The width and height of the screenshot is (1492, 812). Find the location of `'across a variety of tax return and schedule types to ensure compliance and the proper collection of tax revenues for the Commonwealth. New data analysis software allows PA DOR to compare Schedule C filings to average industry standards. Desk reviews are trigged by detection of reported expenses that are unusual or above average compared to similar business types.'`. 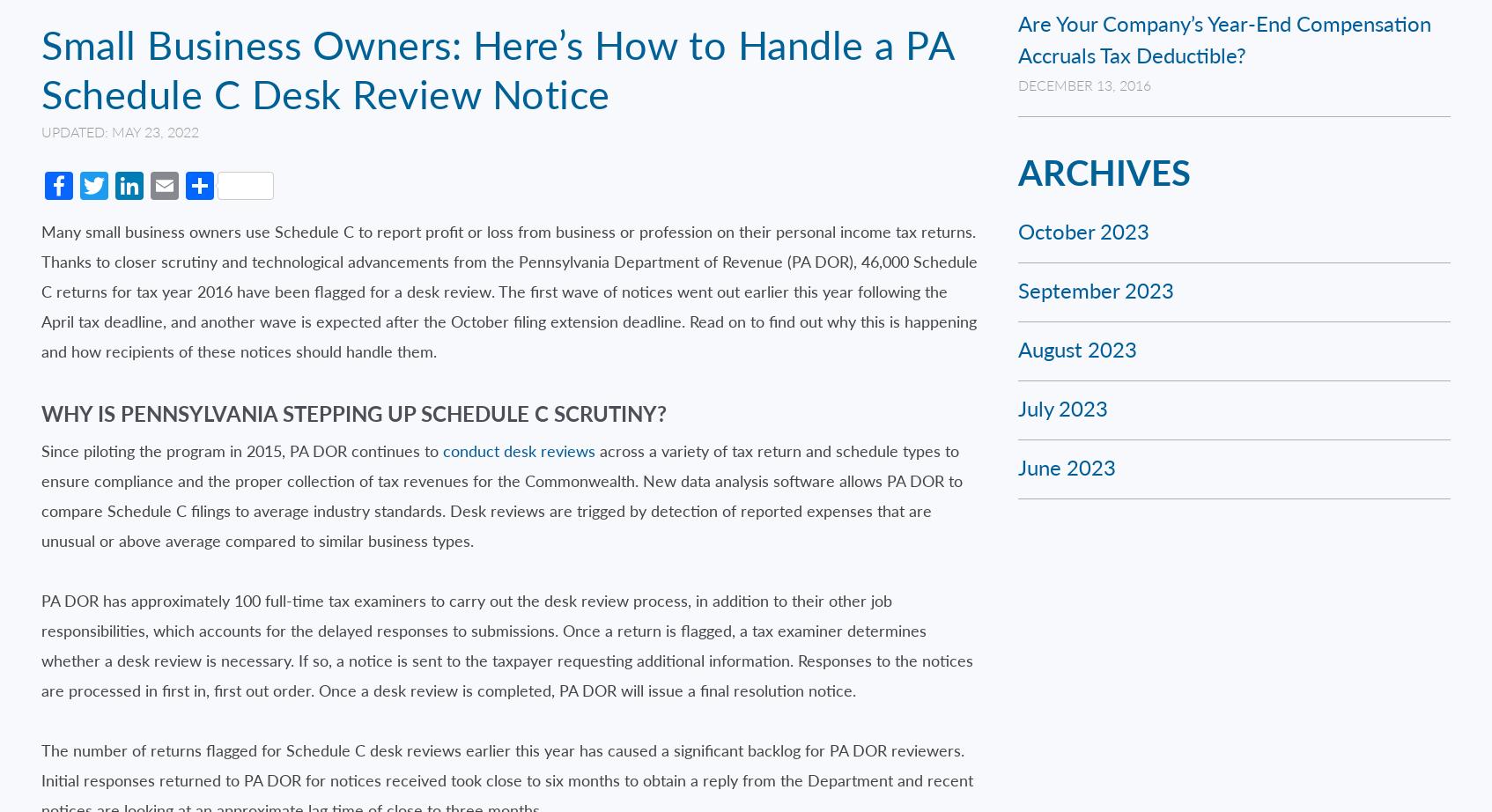

'across a variety of tax return and schedule types to ensure compliance and the proper collection of tax revenues for the Commonwealth. New data analysis software allows PA DOR to compare Schedule C filings to average industry standards. Desk reviews are trigged by detection of reported expenses that are unusual or above average compared to similar business types.' is located at coordinates (502, 494).